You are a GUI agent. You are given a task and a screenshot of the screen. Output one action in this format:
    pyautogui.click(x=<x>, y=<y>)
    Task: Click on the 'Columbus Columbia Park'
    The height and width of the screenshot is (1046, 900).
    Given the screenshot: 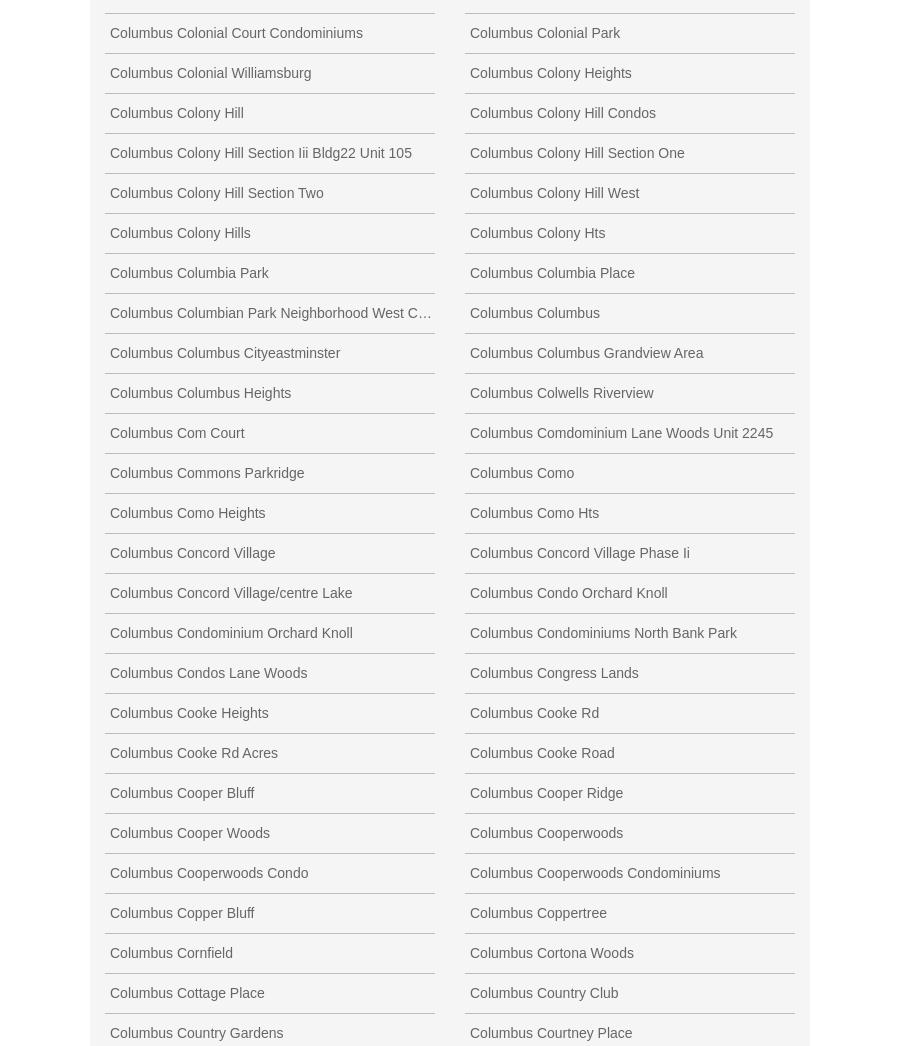 What is the action you would take?
    pyautogui.click(x=108, y=271)
    